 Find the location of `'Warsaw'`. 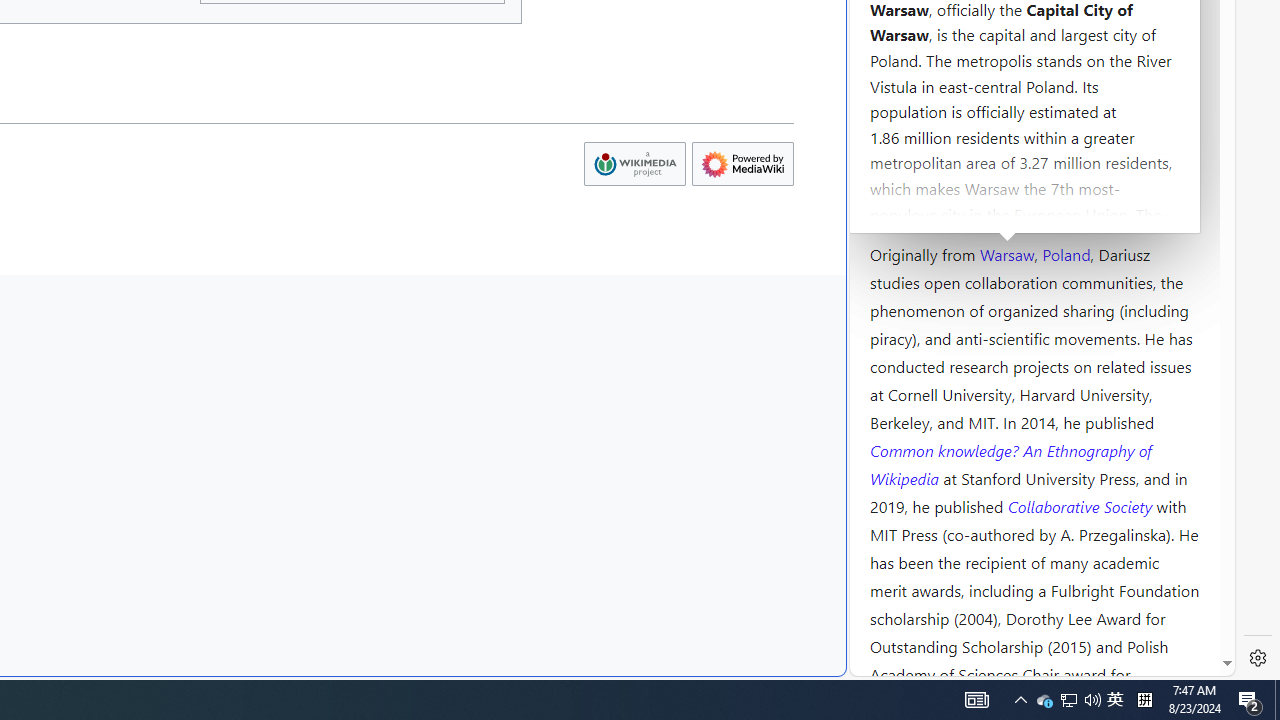

'Warsaw' is located at coordinates (1006, 252).